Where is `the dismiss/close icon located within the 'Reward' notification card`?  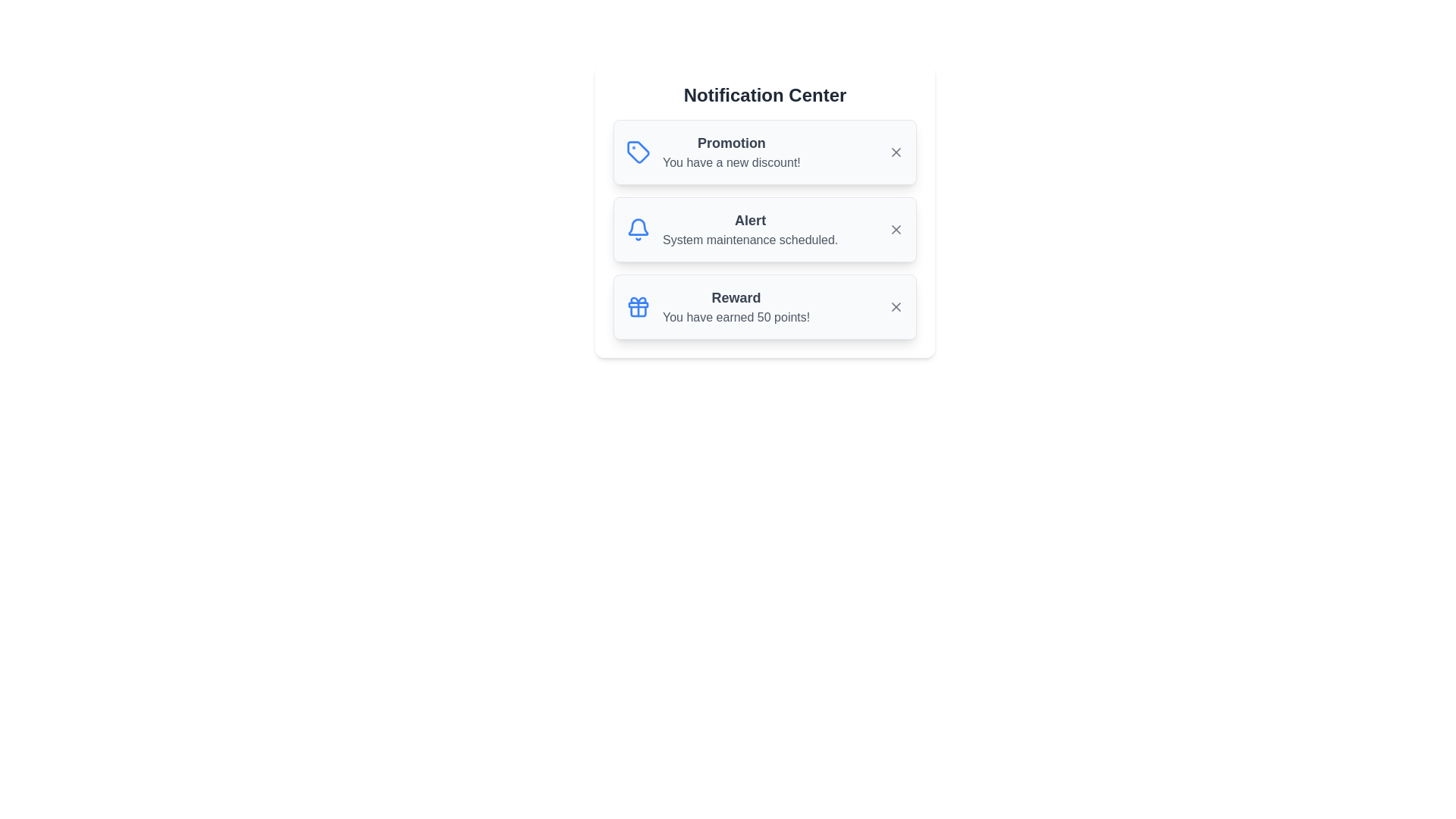 the dismiss/close icon located within the 'Reward' notification card is located at coordinates (896, 307).